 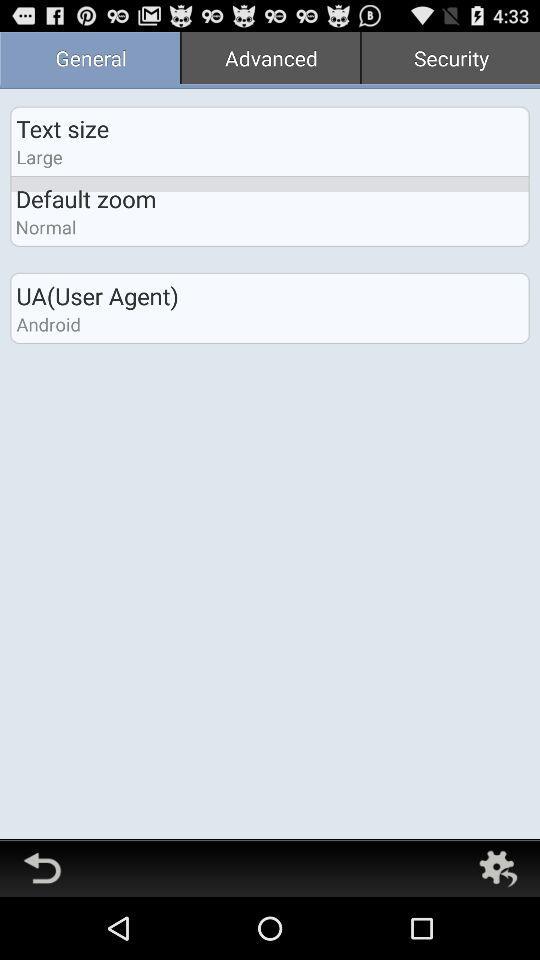 I want to click on application settings, so click(x=496, y=867).